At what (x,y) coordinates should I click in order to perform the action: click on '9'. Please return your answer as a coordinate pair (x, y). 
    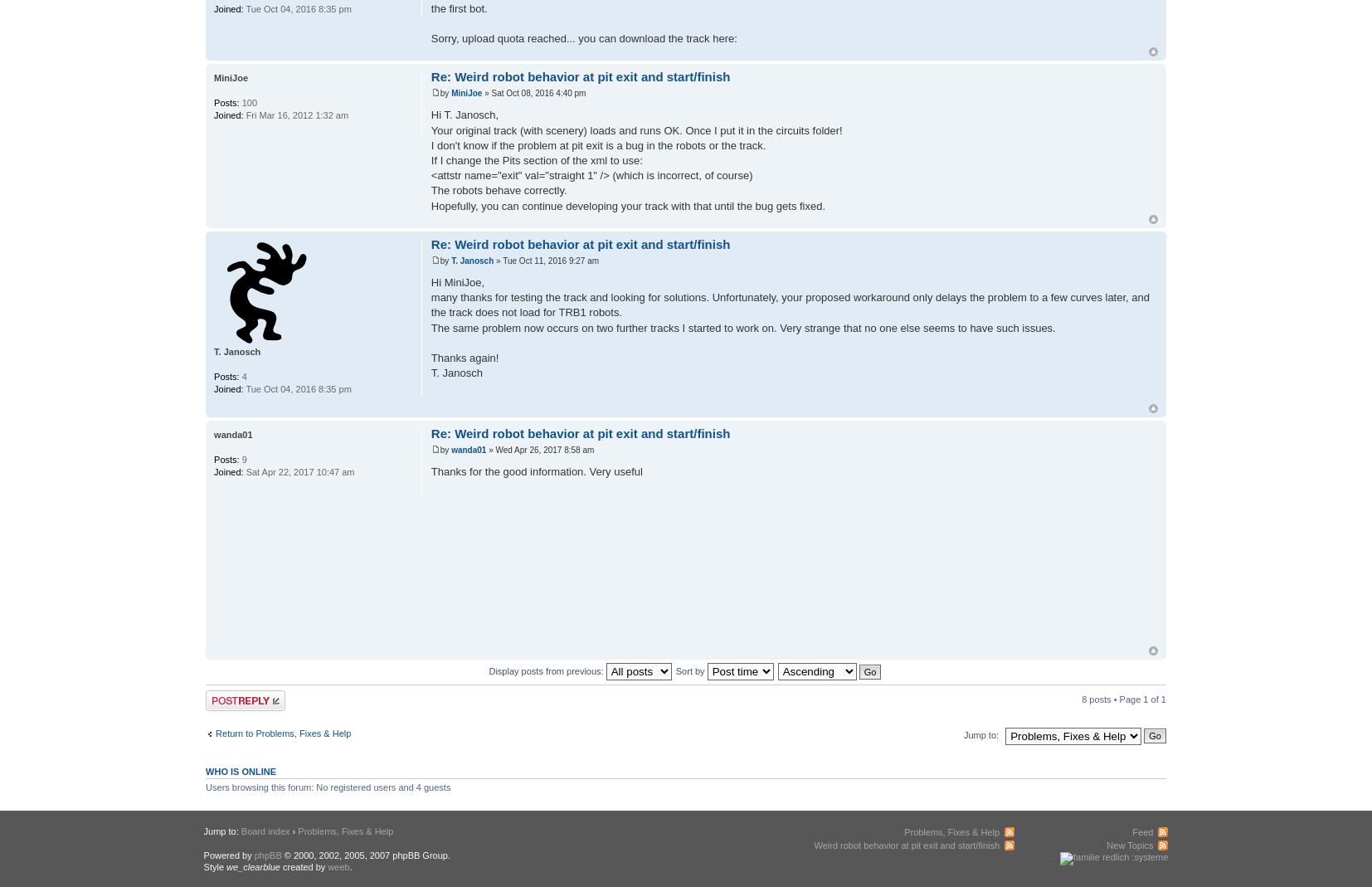
    Looking at the image, I should click on (241, 458).